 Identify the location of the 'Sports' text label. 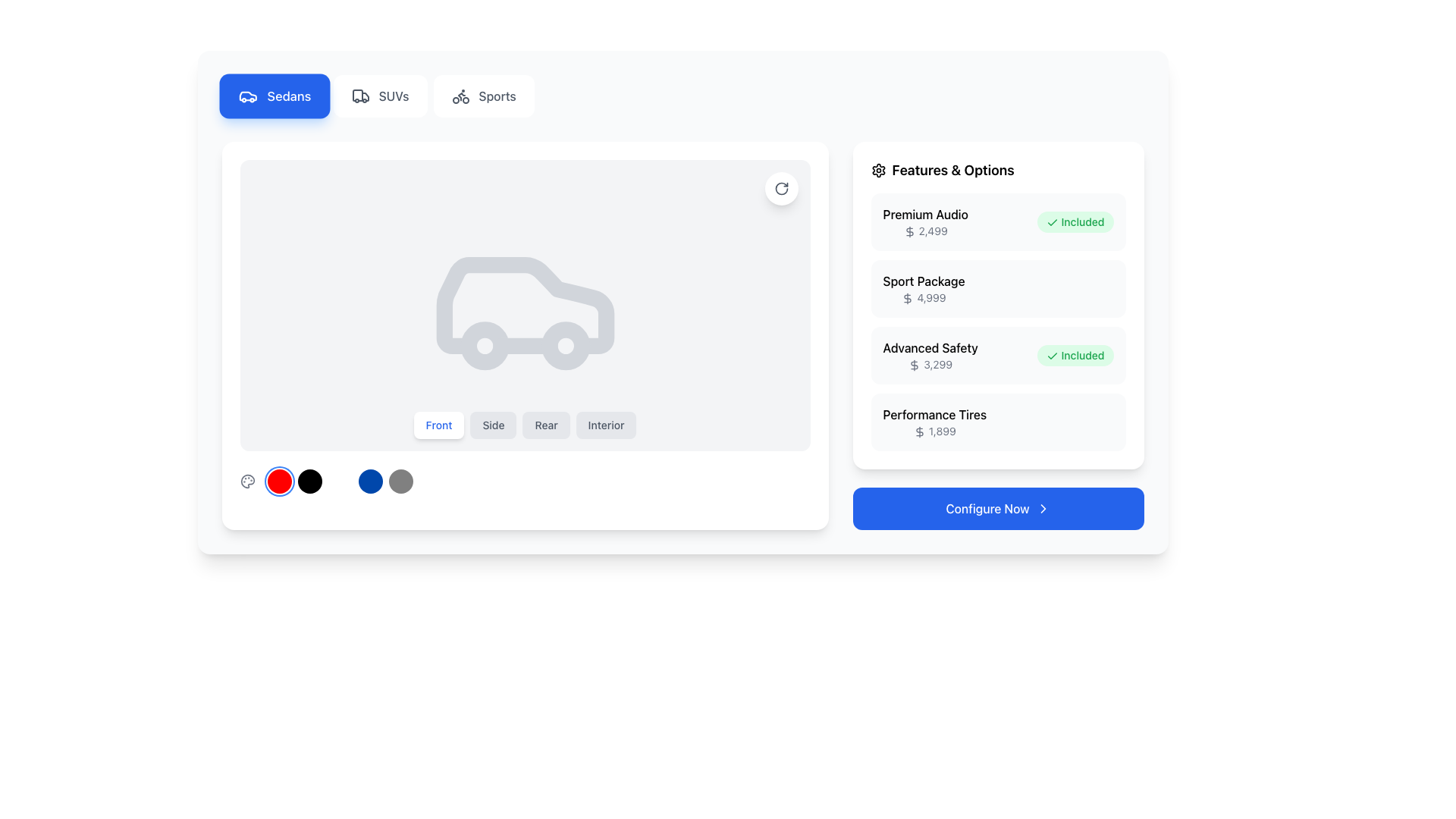
(497, 96).